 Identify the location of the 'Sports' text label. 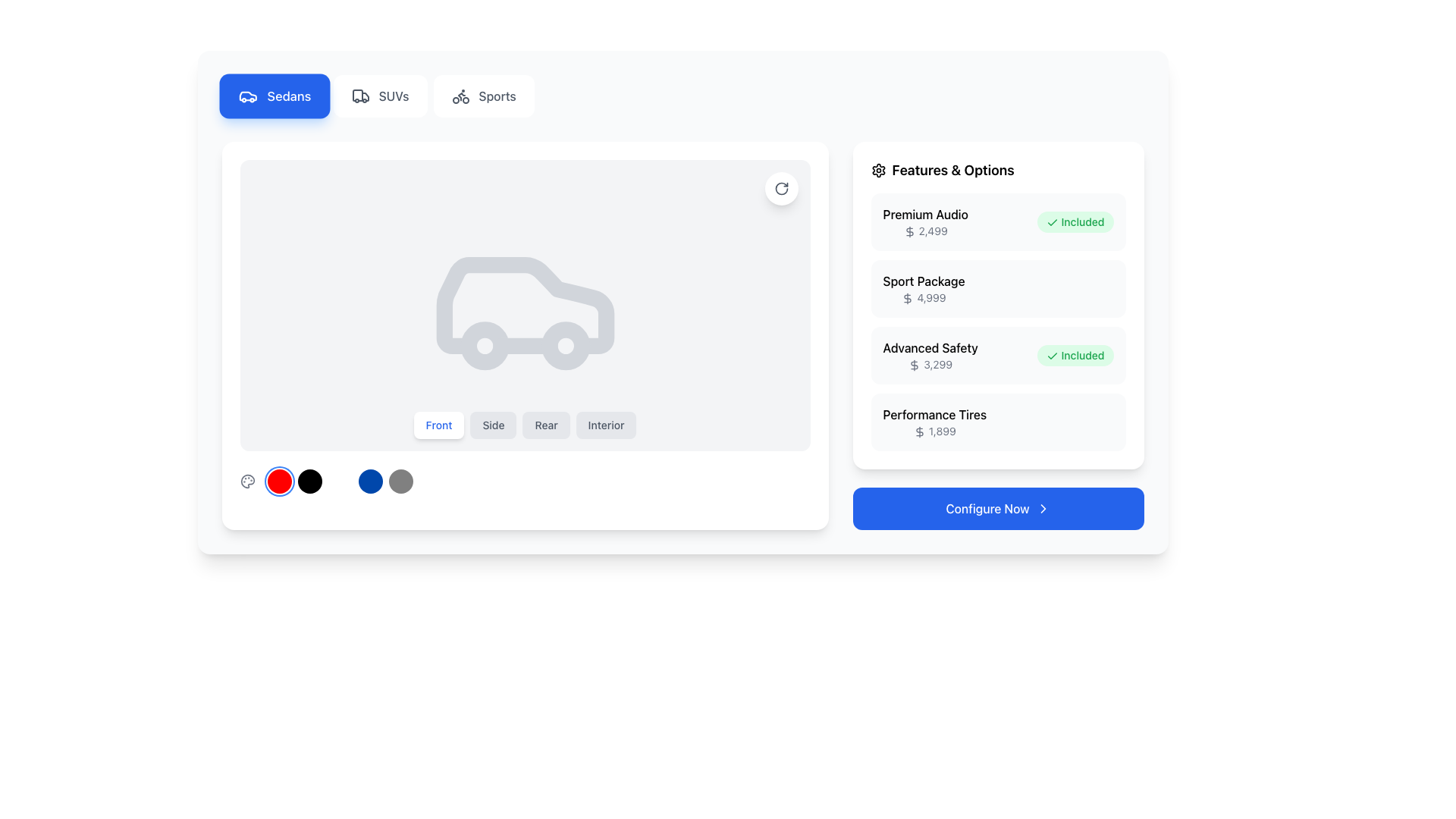
(497, 96).